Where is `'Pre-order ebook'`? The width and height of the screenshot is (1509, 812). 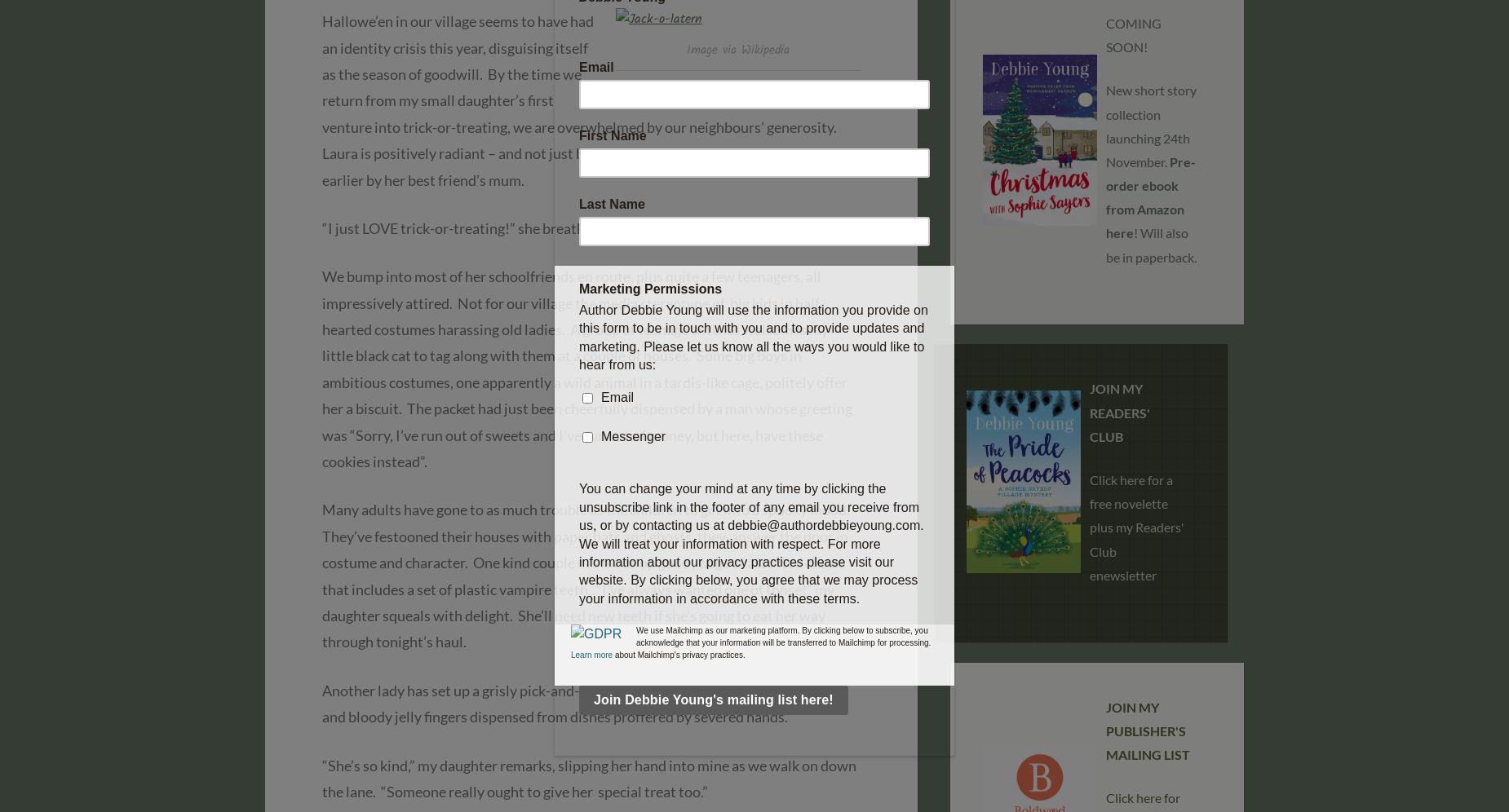
'Pre-order ebook' is located at coordinates (1150, 172).